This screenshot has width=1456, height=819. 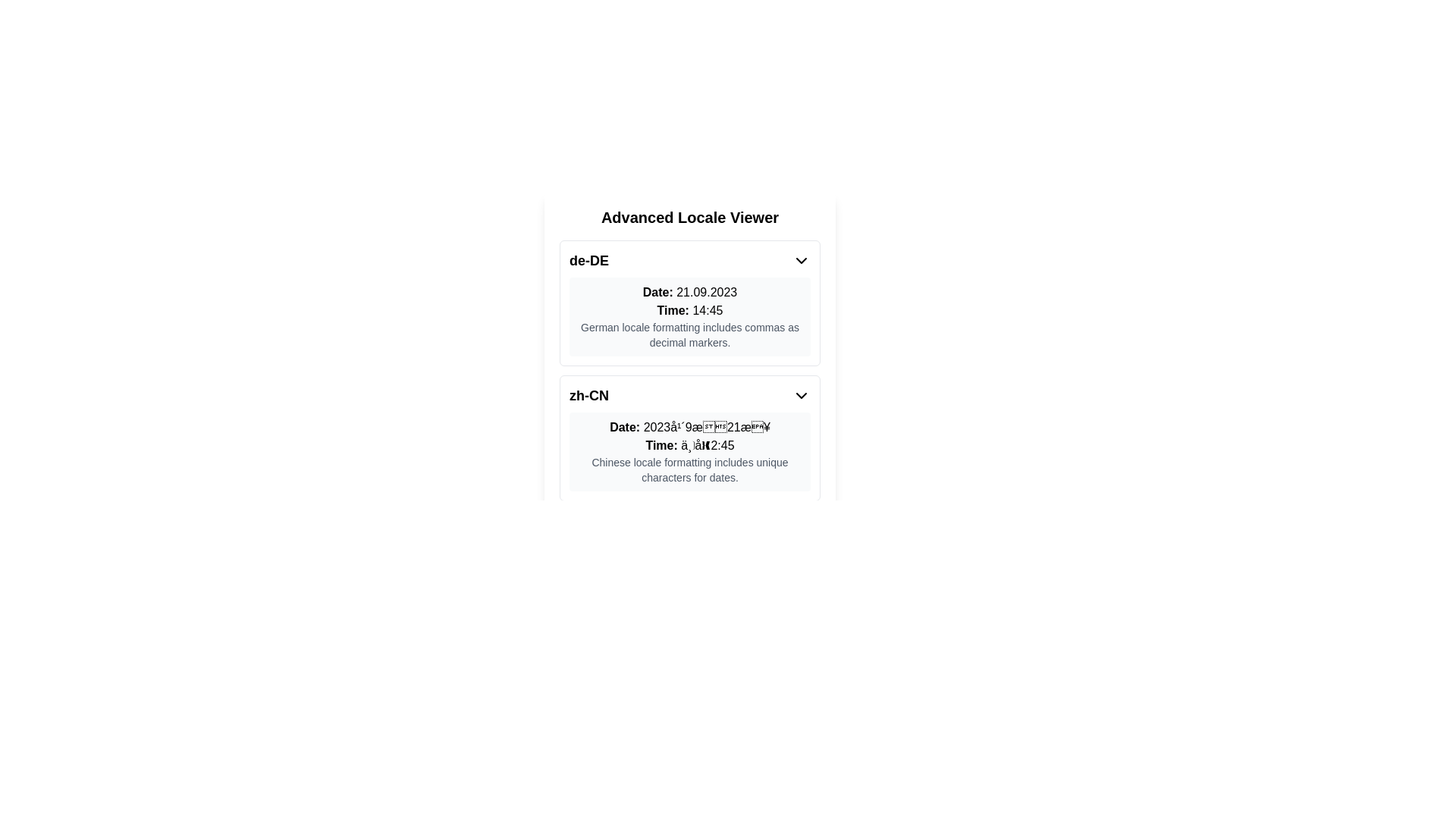 What do you see at coordinates (689, 292) in the screenshot?
I see `the text label displaying 'Date: 21.09.2023', which is styled with 'Date:' in bold and located in a light gray box with rounded corners` at bounding box center [689, 292].